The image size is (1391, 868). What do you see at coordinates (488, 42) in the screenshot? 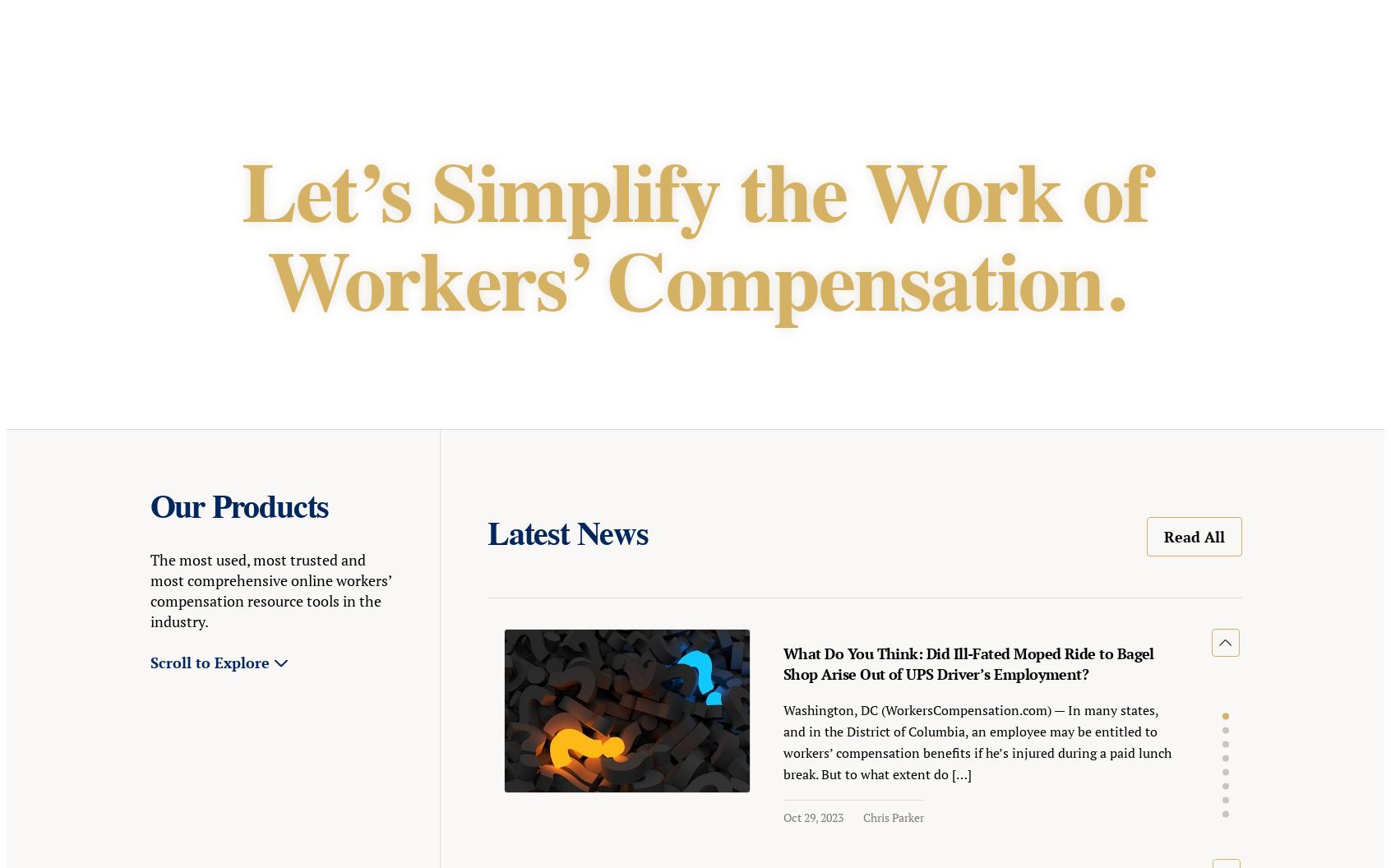
I see `'State Info'` at bounding box center [488, 42].